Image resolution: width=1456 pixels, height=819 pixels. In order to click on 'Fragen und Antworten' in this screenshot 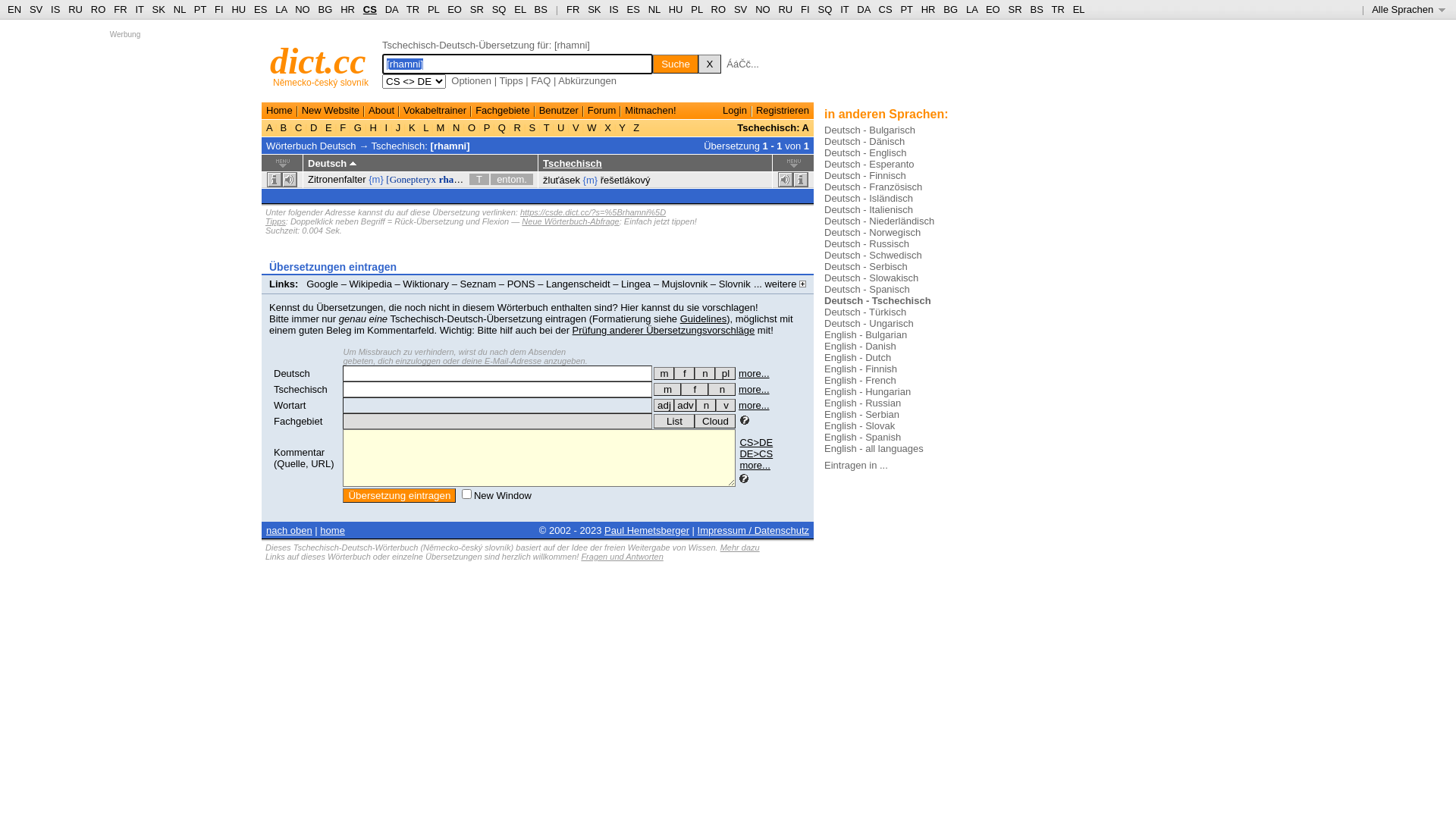, I will do `click(622, 556)`.